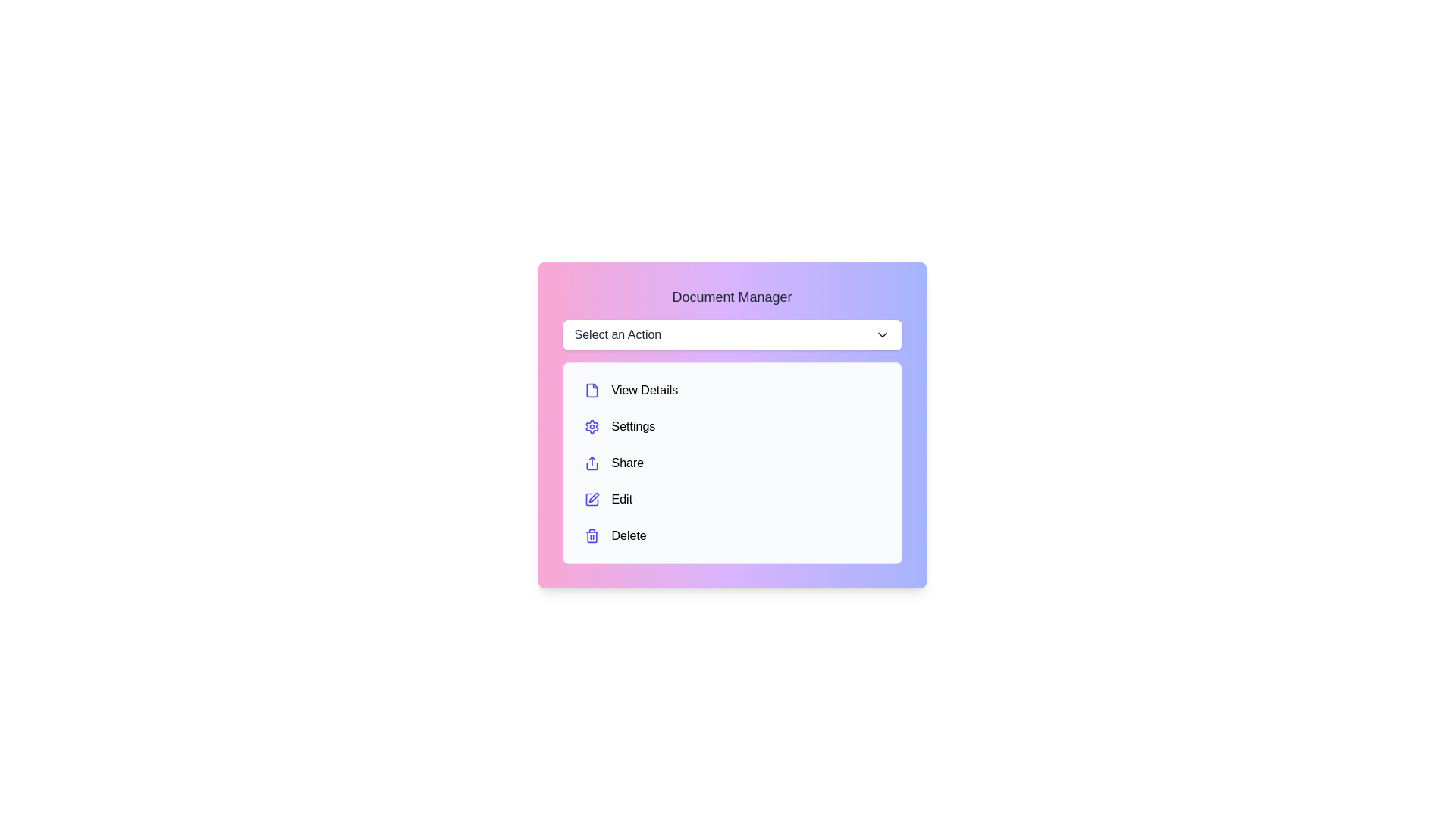 The image size is (1456, 819). I want to click on the 'Edit' action icon located at the bottom-left of the icon group to initiate the editing process for an item, so click(592, 497).